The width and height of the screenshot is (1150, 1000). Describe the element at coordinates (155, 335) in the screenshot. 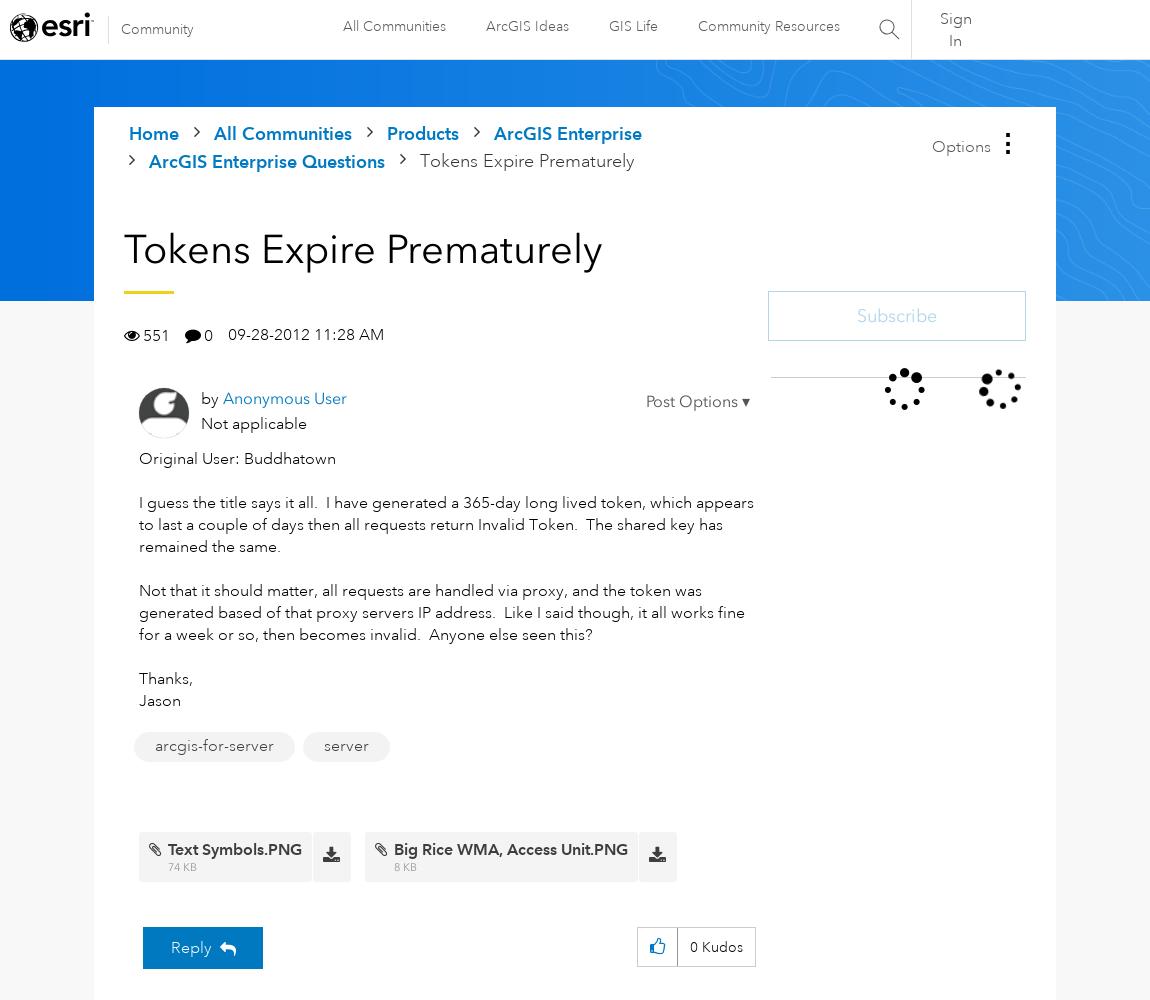

I see `'551'` at that location.